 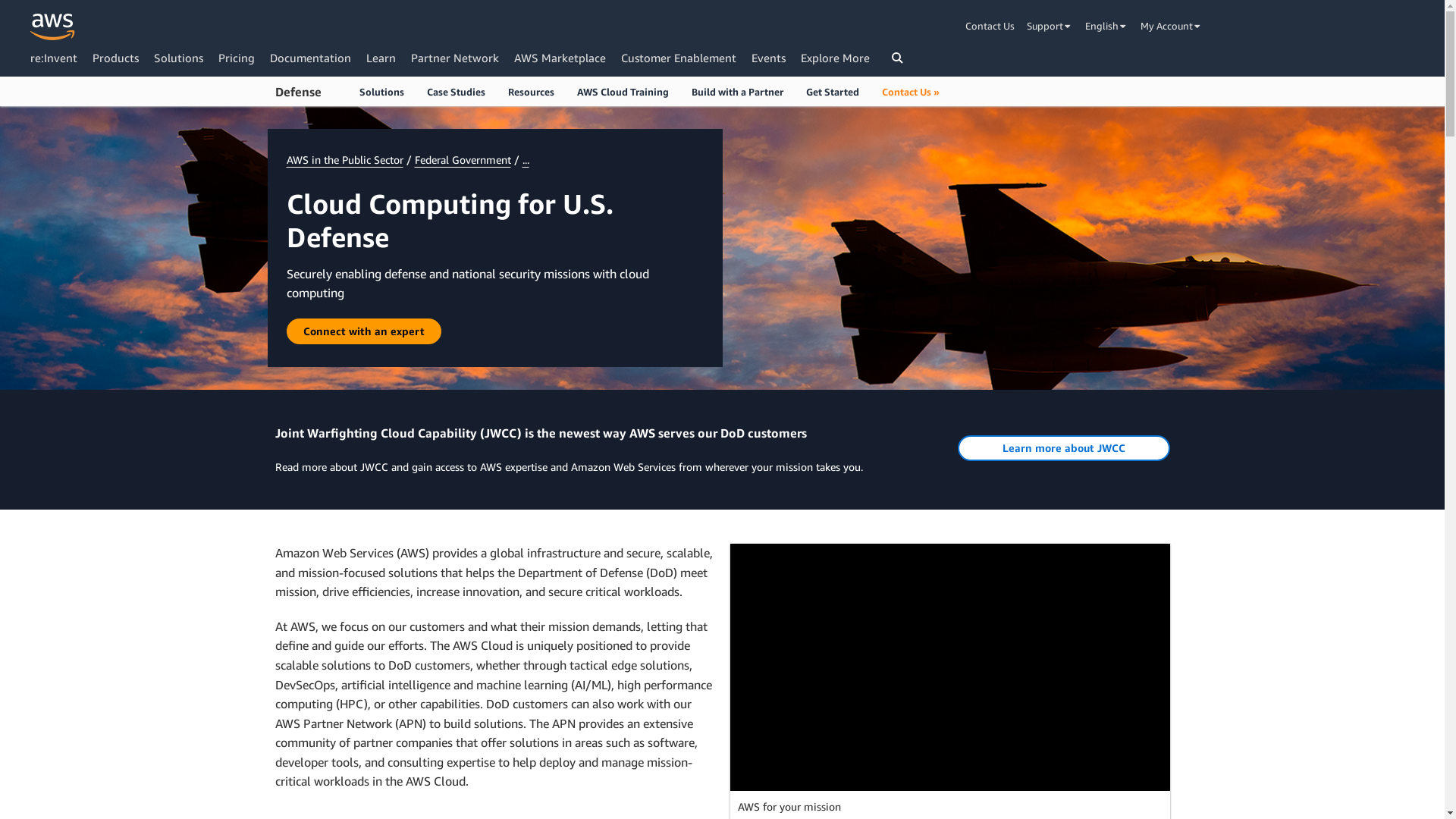 I want to click on 'AWS Cloud Training', so click(x=623, y=91).